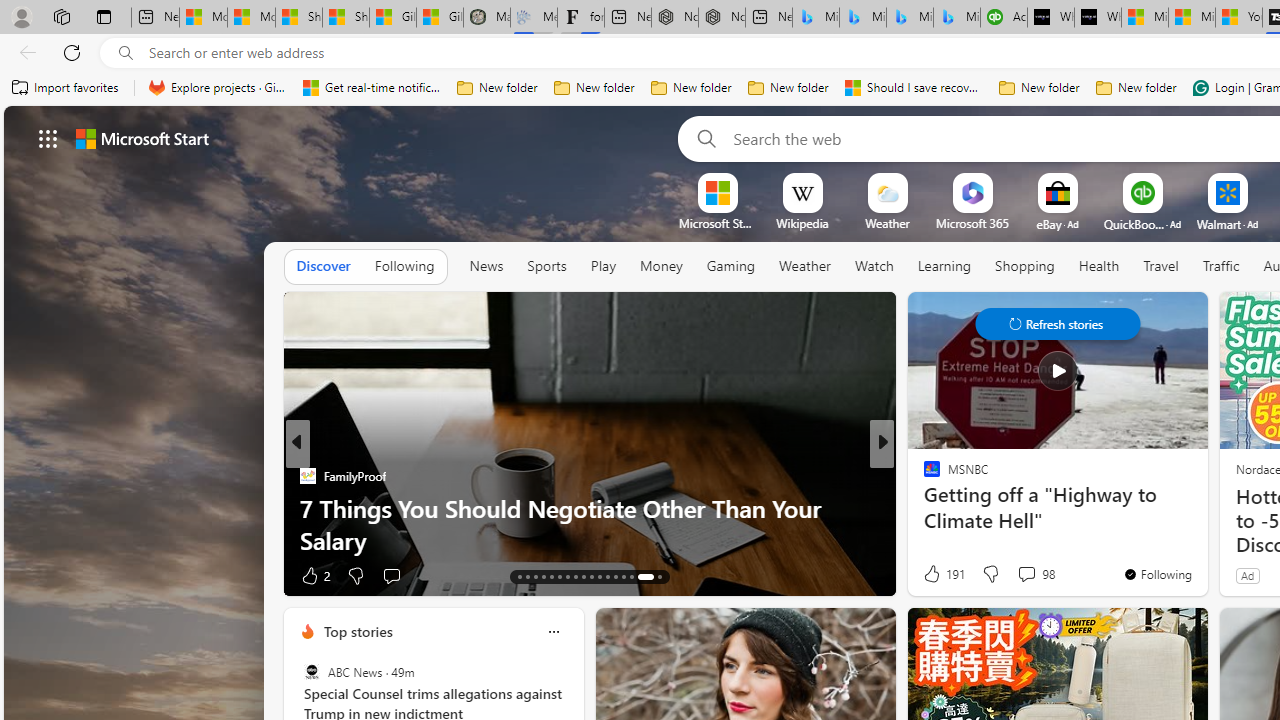 This screenshot has width=1280, height=720. I want to click on 'Manatee Mortality Statistics | FWC', so click(486, 17).